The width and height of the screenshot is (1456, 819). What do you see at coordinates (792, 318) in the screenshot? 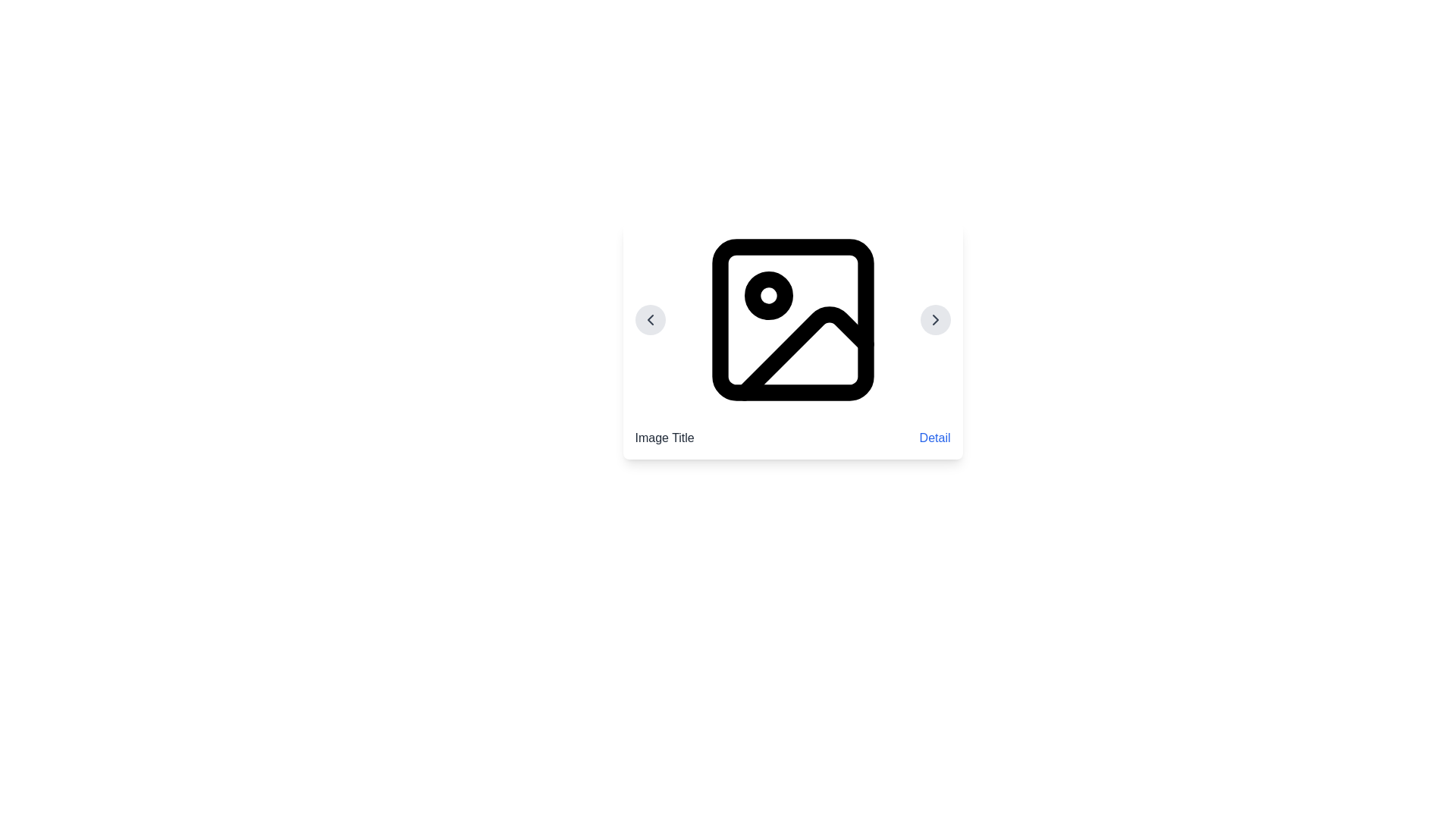
I see `the rounded rectangle with a black stroke in the SVG image representing a gallery item` at bounding box center [792, 318].